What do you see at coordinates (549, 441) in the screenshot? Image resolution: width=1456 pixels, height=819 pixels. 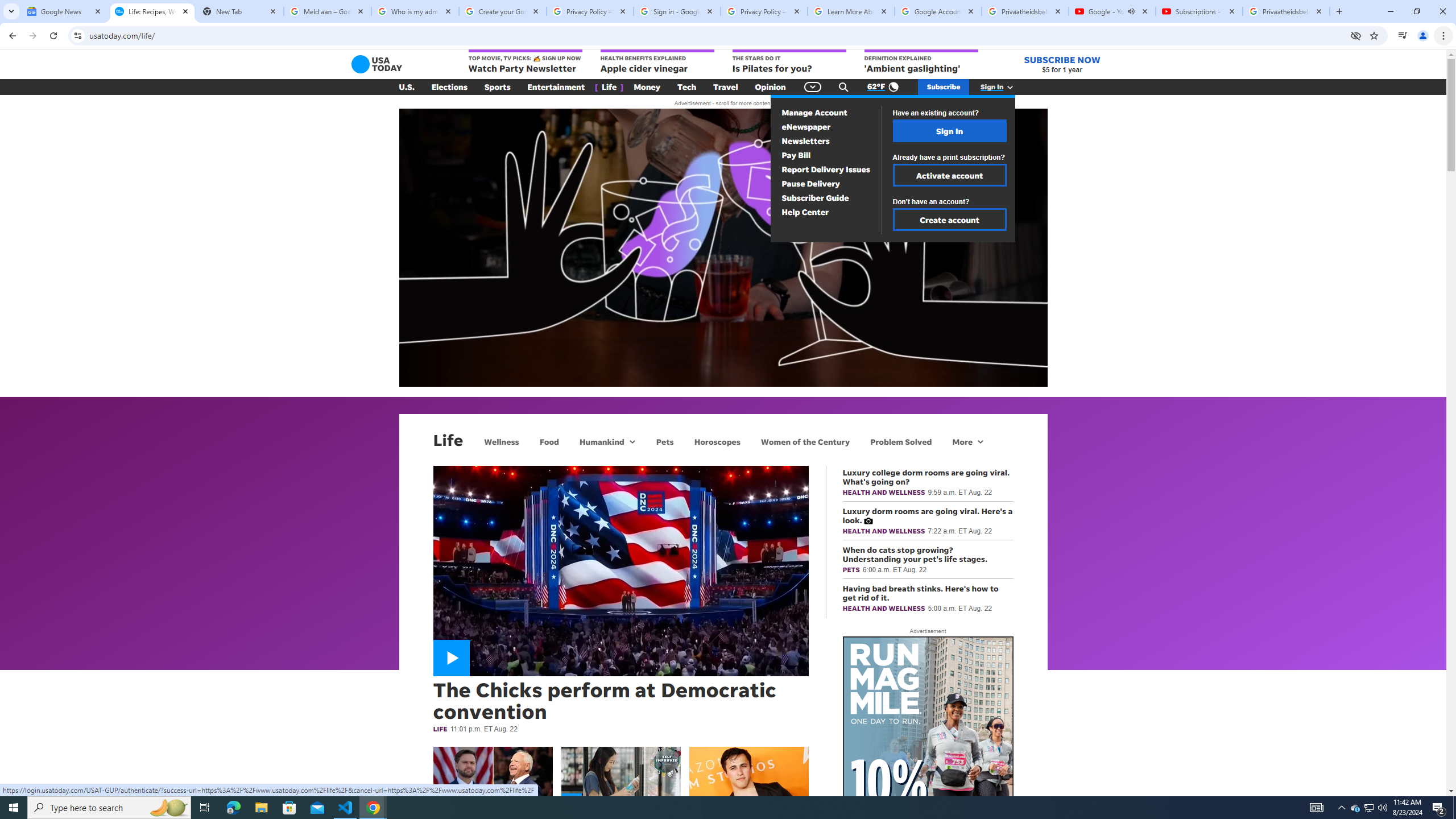 I see `'Food'` at bounding box center [549, 441].